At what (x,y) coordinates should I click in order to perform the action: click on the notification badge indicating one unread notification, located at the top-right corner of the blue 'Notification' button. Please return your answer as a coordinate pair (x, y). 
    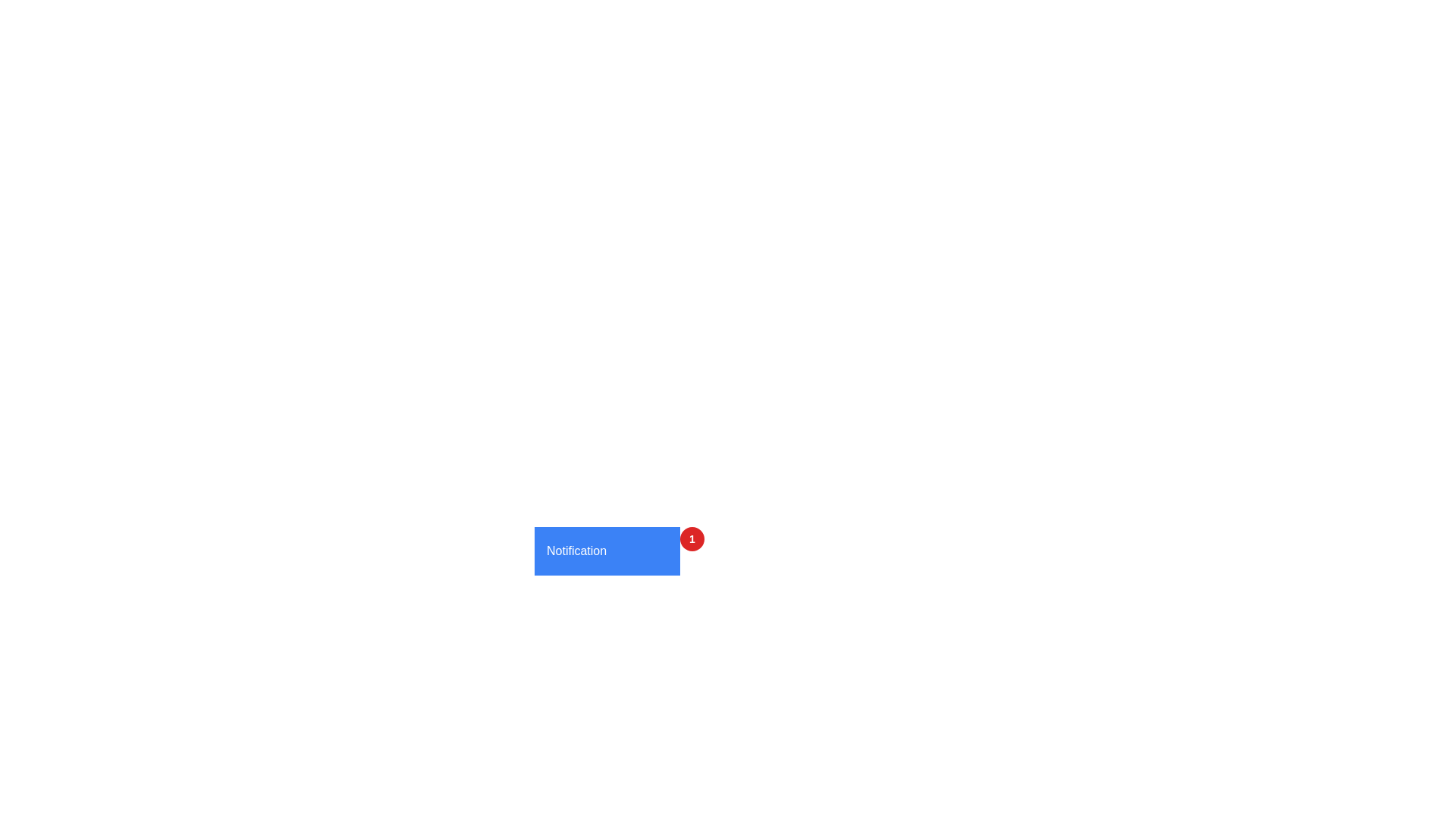
    Looking at the image, I should click on (691, 538).